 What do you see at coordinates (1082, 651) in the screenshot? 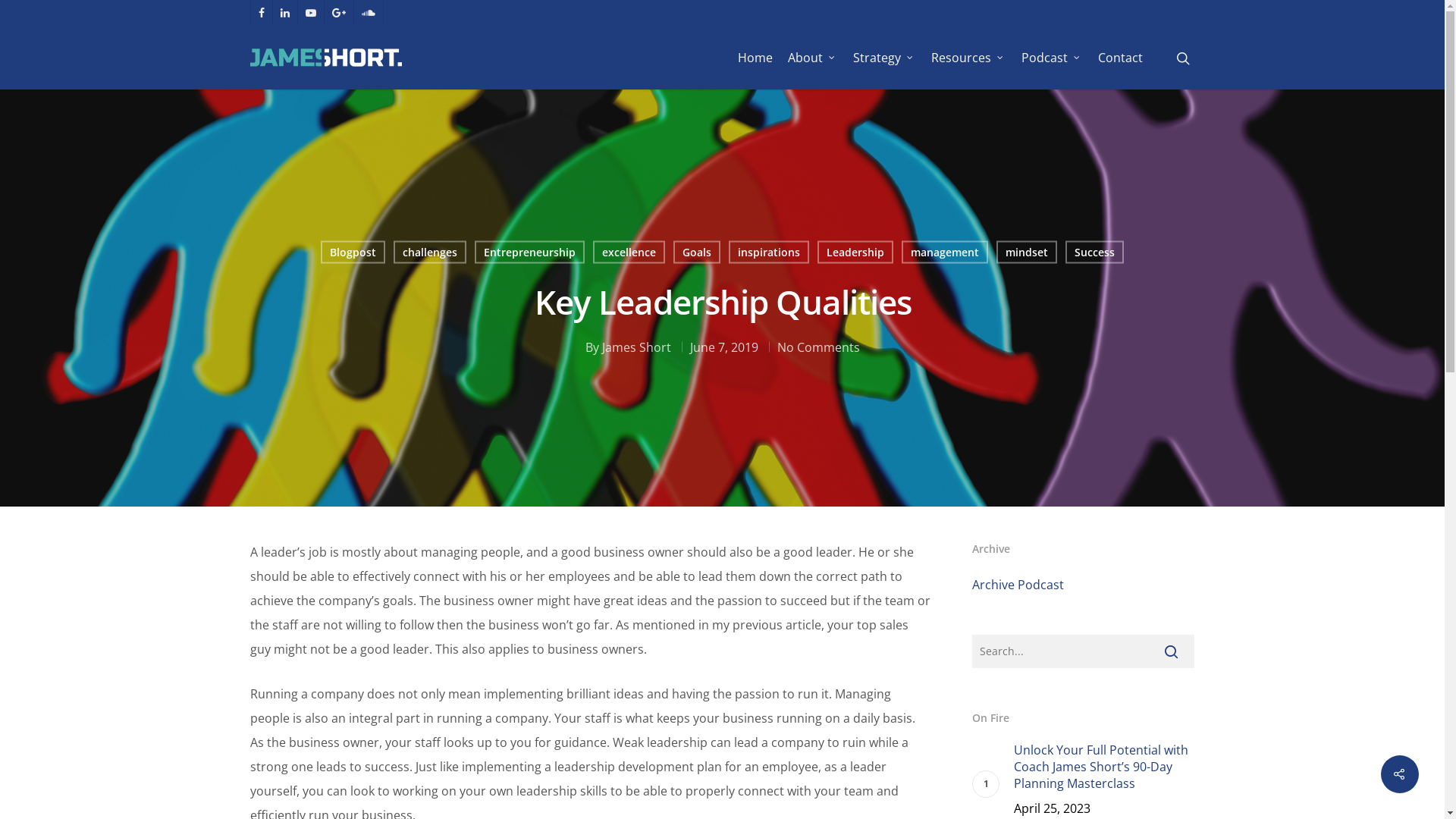
I see `'Search for:'` at bounding box center [1082, 651].